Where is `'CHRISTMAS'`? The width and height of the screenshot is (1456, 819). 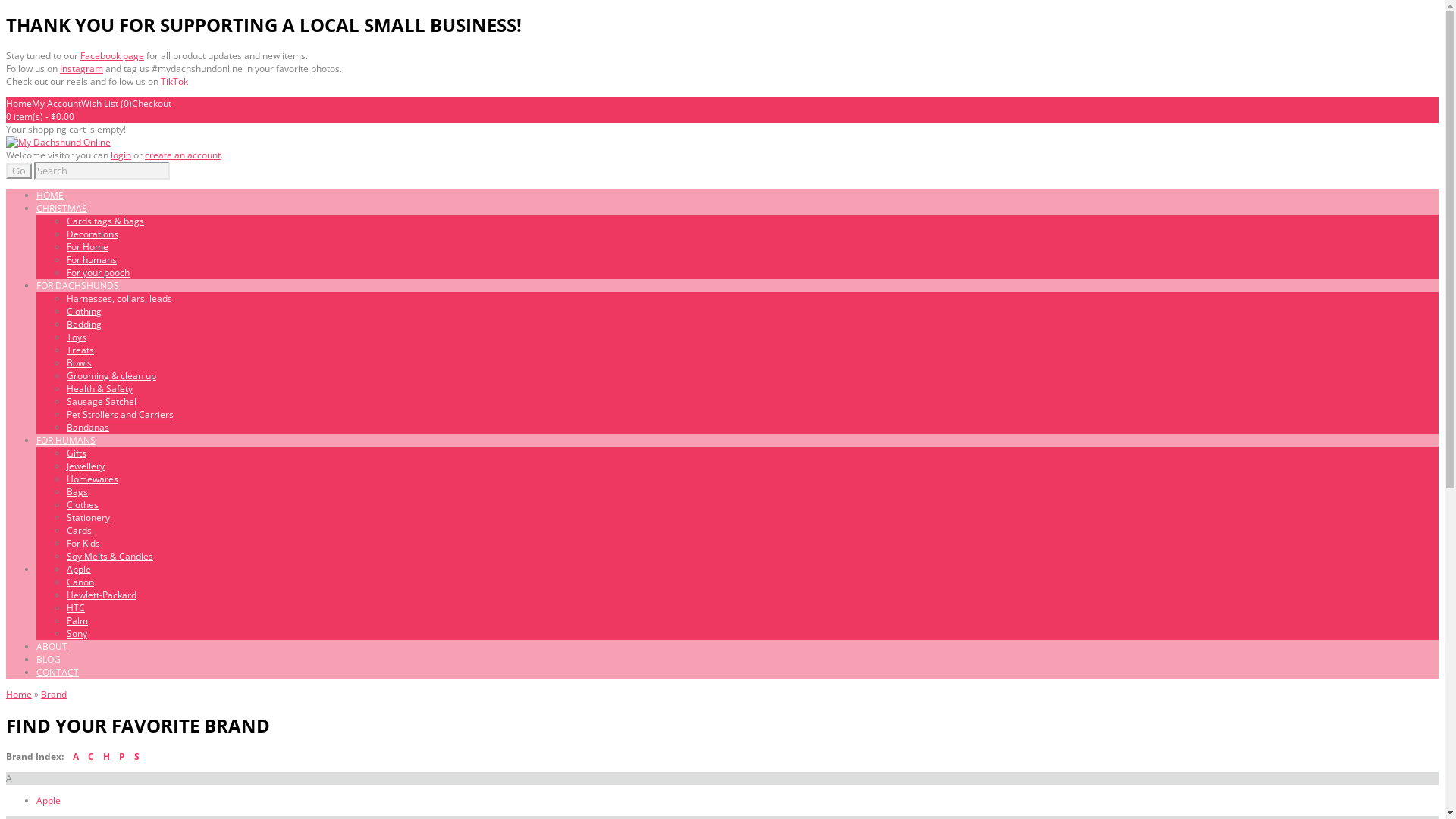
'CHRISTMAS' is located at coordinates (61, 208).